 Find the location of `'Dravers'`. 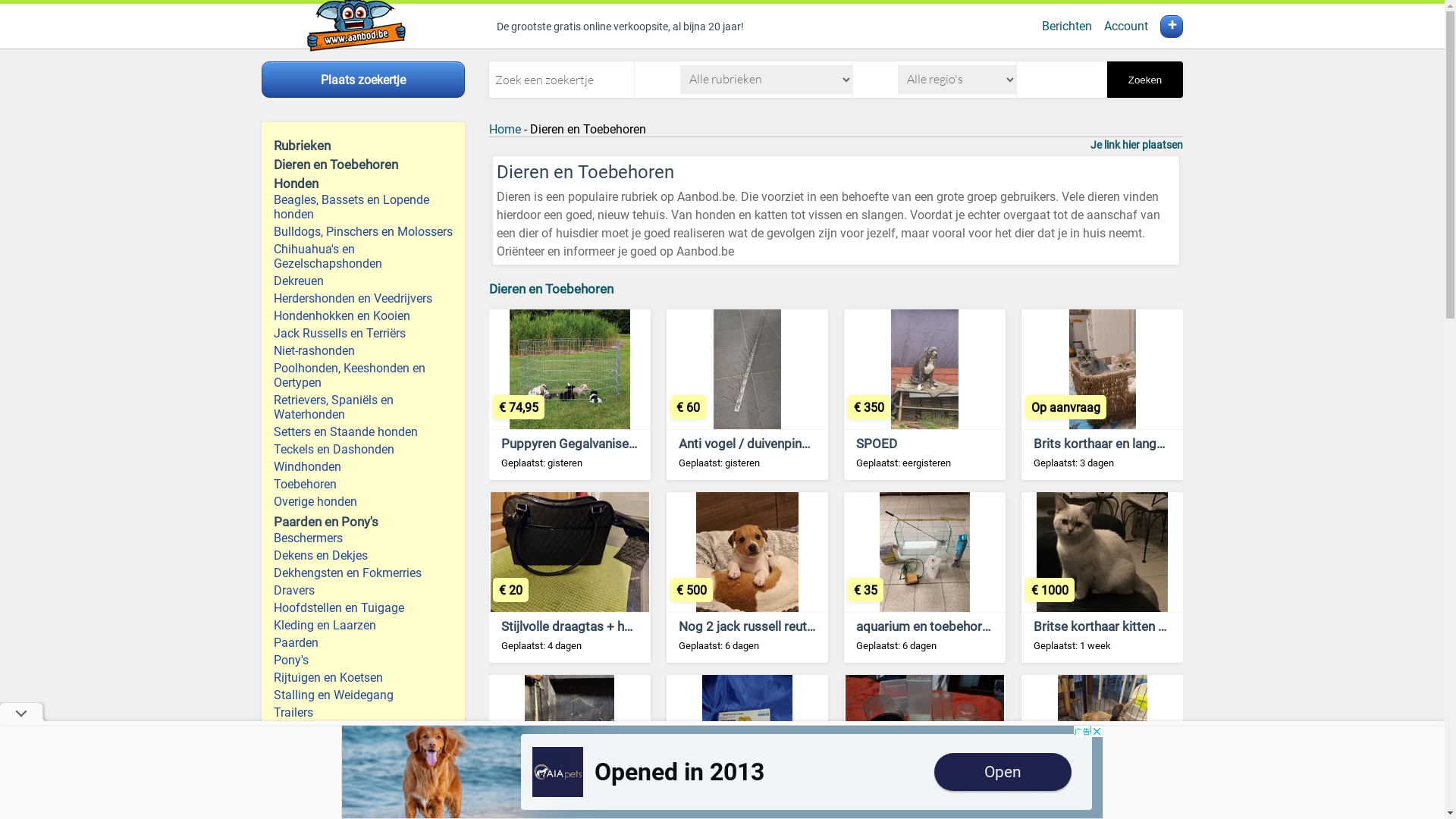

'Dravers' is located at coordinates (362, 589).